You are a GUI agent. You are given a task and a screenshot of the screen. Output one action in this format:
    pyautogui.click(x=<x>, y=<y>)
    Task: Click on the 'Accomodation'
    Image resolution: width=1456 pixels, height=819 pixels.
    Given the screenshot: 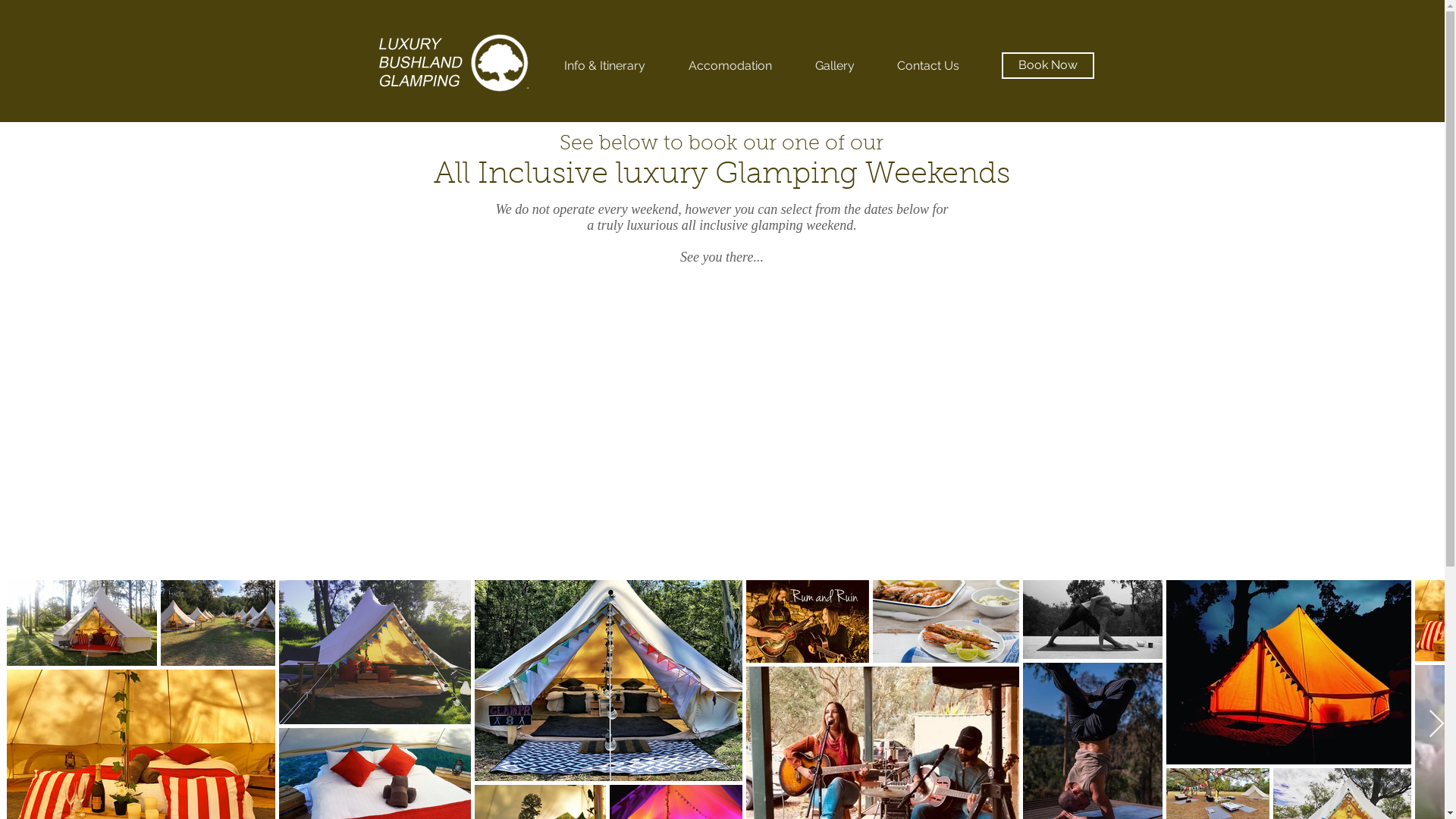 What is the action you would take?
    pyautogui.click(x=730, y=65)
    